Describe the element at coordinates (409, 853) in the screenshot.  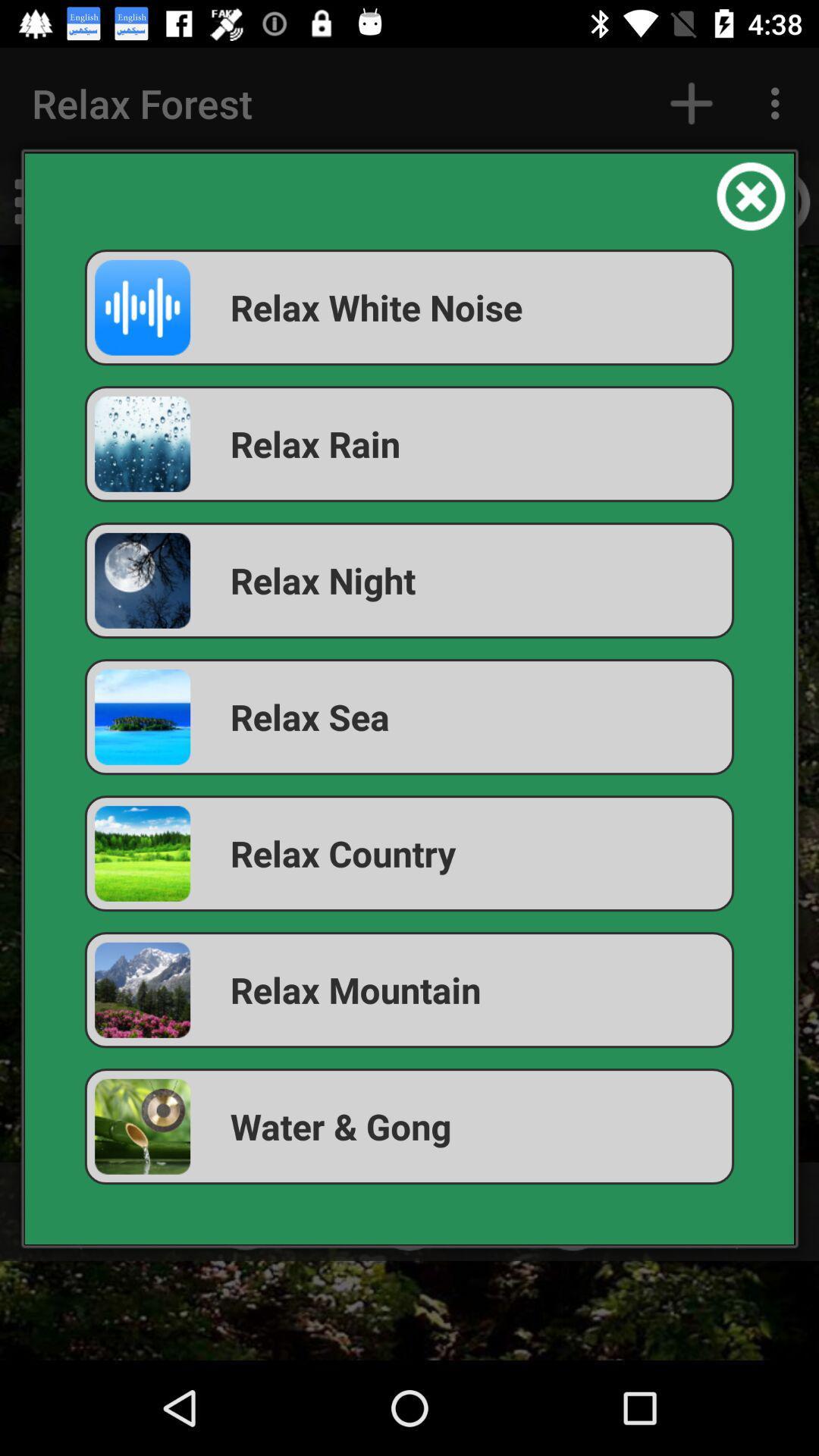
I see `relax country icon` at that location.